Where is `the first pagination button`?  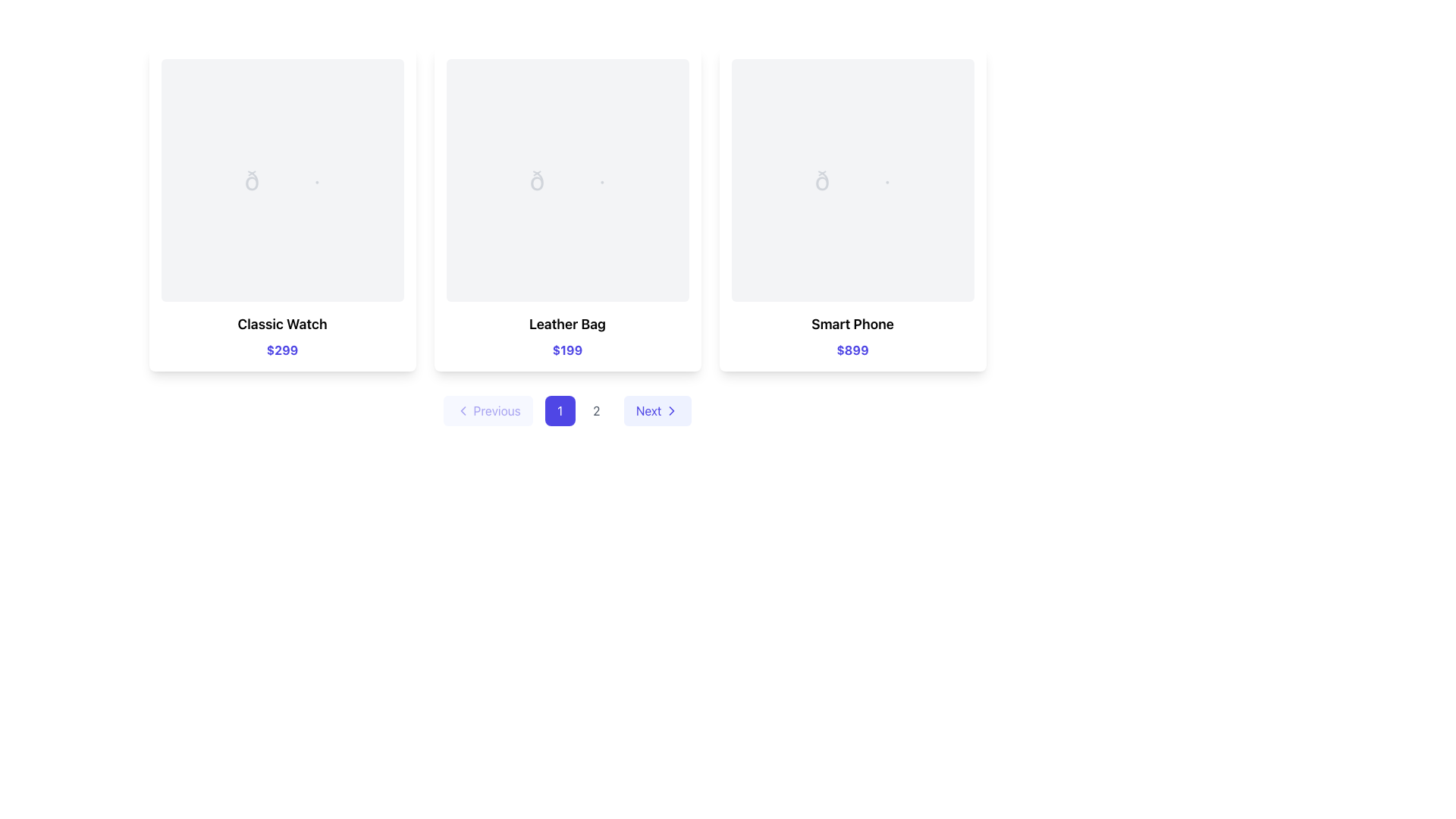 the first pagination button is located at coordinates (566, 411).